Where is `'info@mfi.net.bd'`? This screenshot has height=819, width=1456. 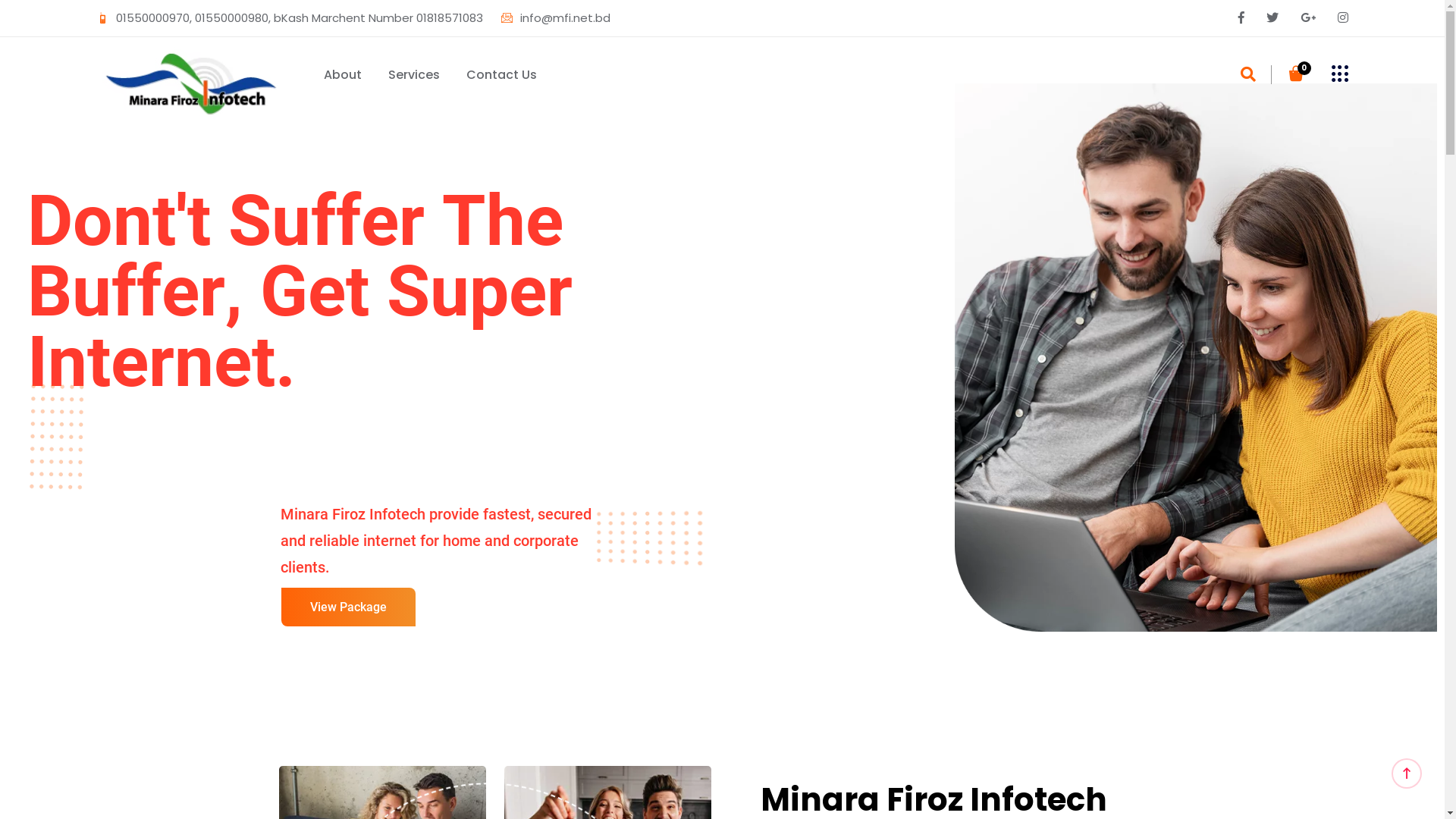 'info@mfi.net.bd' is located at coordinates (554, 17).